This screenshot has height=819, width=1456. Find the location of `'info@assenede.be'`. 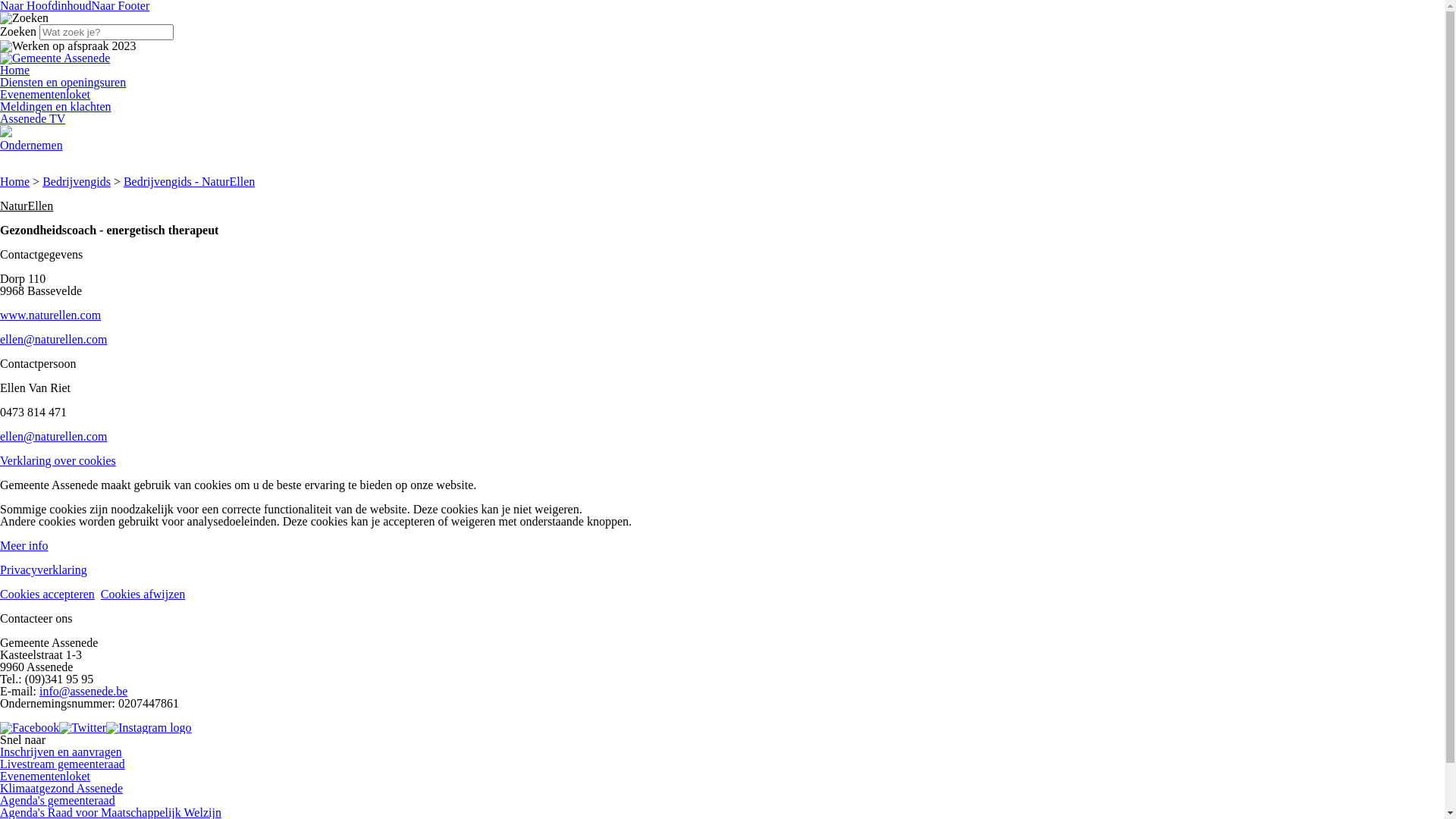

'info@assenede.be' is located at coordinates (83, 691).